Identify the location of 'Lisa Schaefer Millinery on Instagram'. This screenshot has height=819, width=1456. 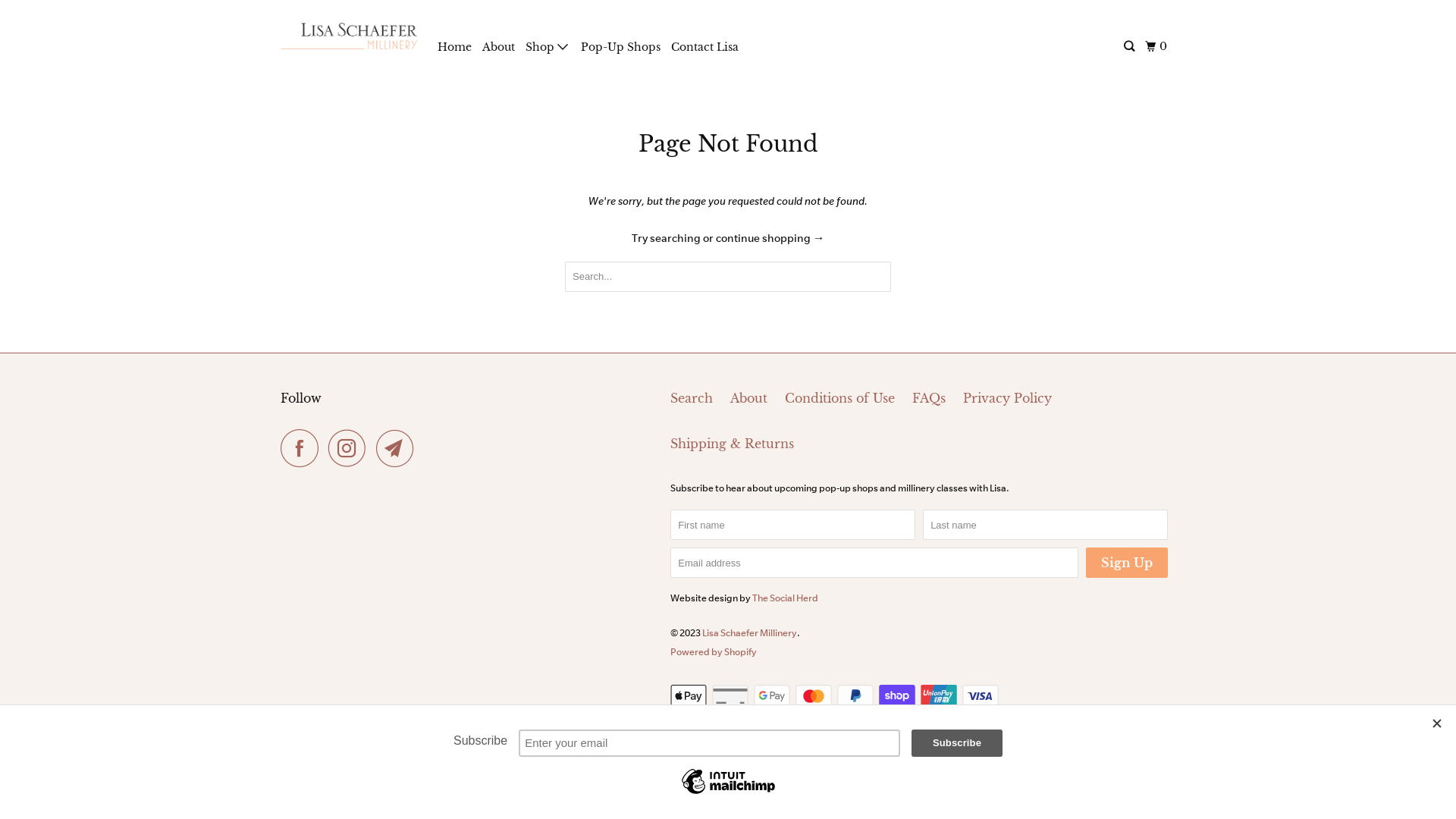
(350, 447).